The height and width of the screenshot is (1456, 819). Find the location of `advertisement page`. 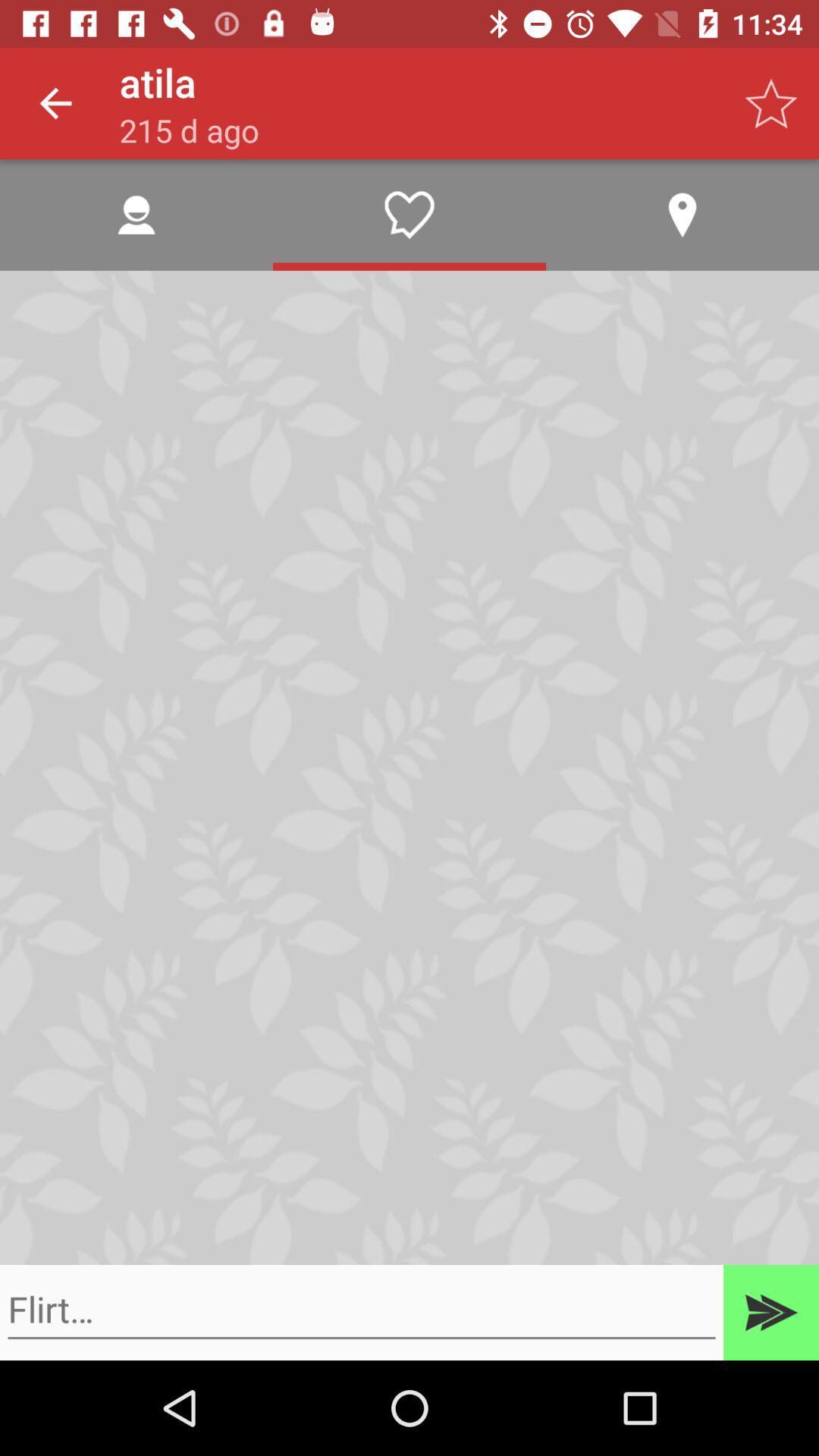

advertisement page is located at coordinates (362, 1309).